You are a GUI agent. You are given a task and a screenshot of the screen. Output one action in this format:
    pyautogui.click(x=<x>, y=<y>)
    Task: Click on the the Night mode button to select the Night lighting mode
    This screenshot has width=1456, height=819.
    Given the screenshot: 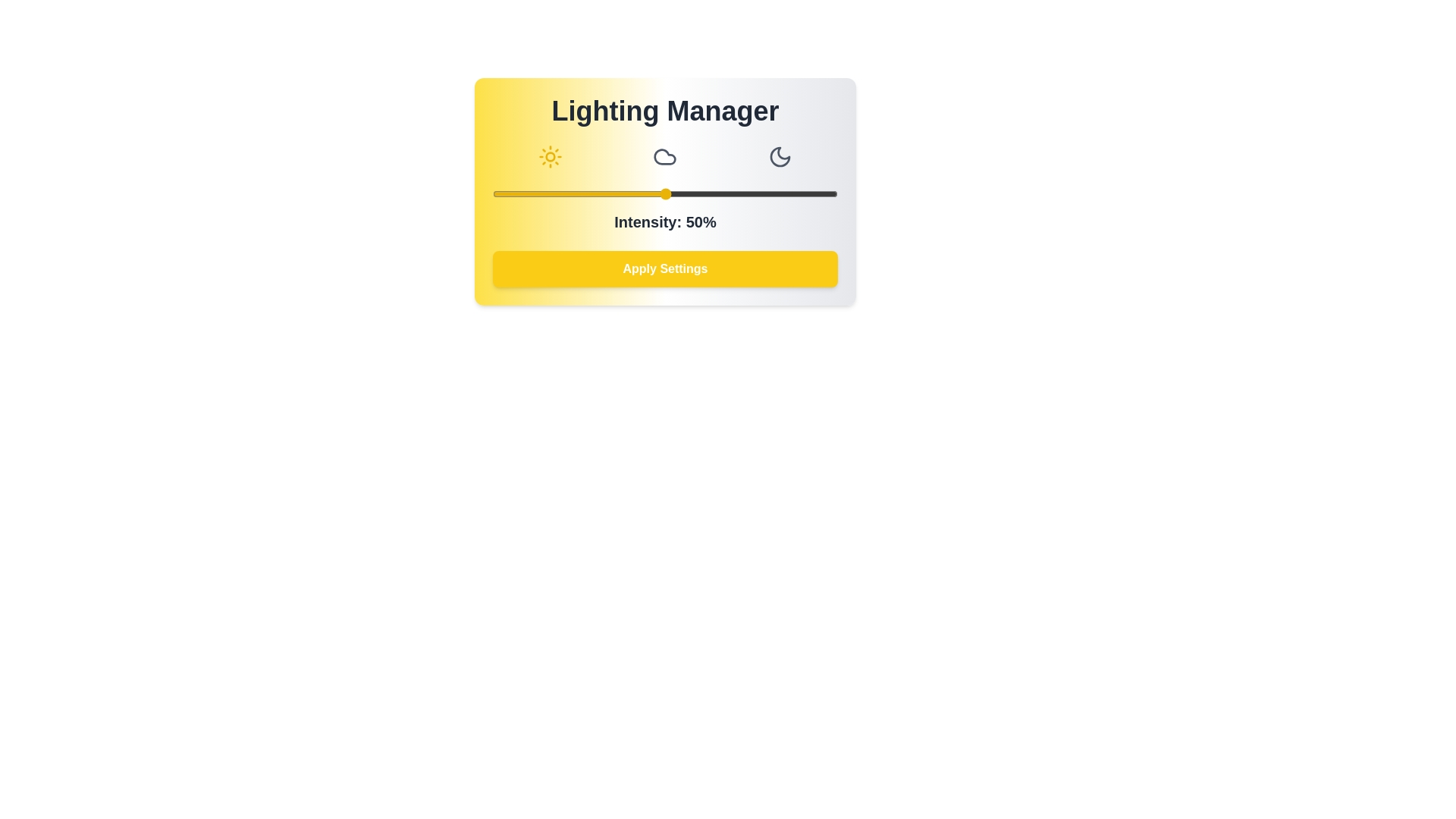 What is the action you would take?
    pyautogui.click(x=780, y=157)
    